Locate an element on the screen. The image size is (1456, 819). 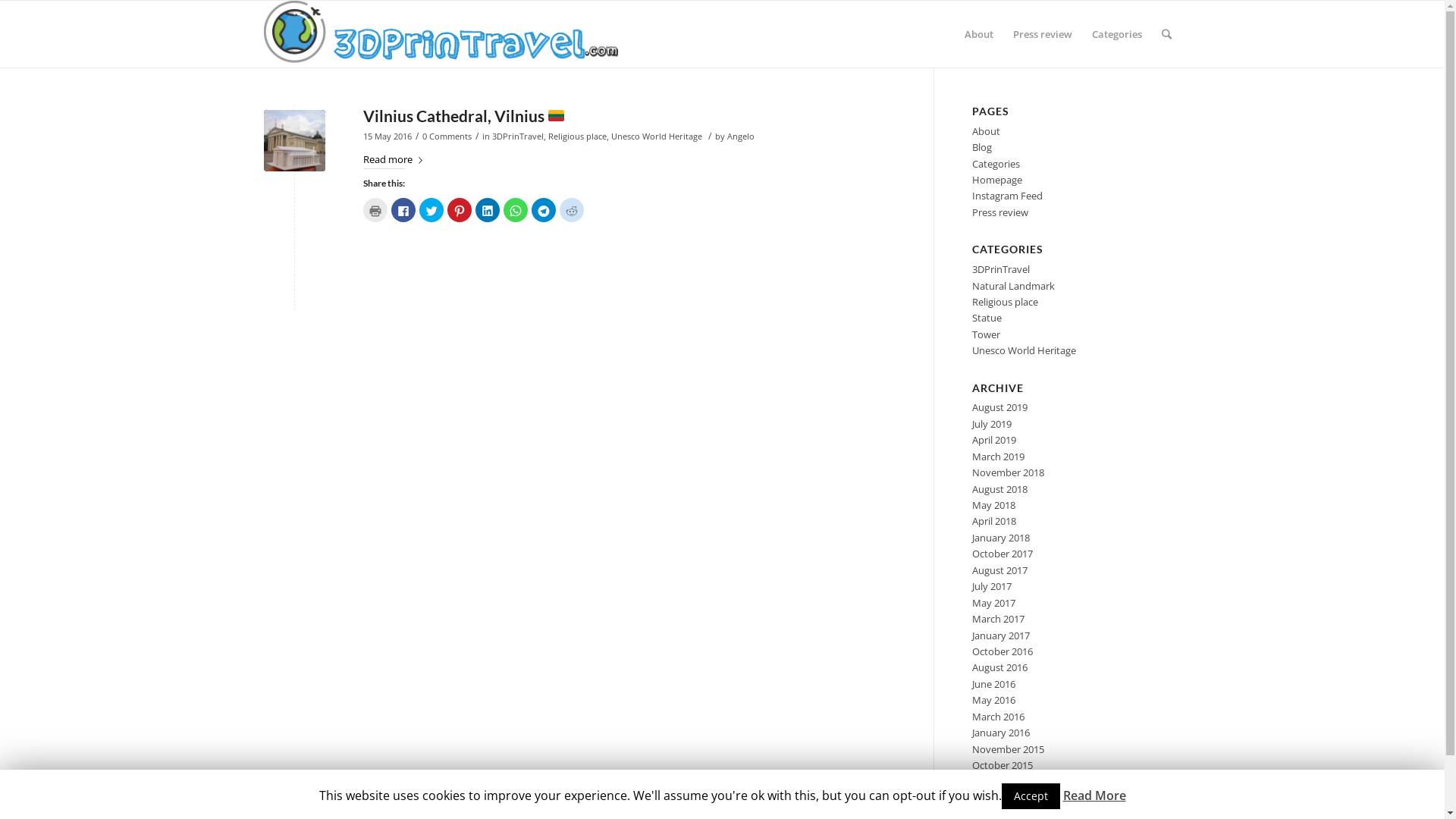
'Click to share on Telegram (Opens in new window)' is located at coordinates (542, 210).